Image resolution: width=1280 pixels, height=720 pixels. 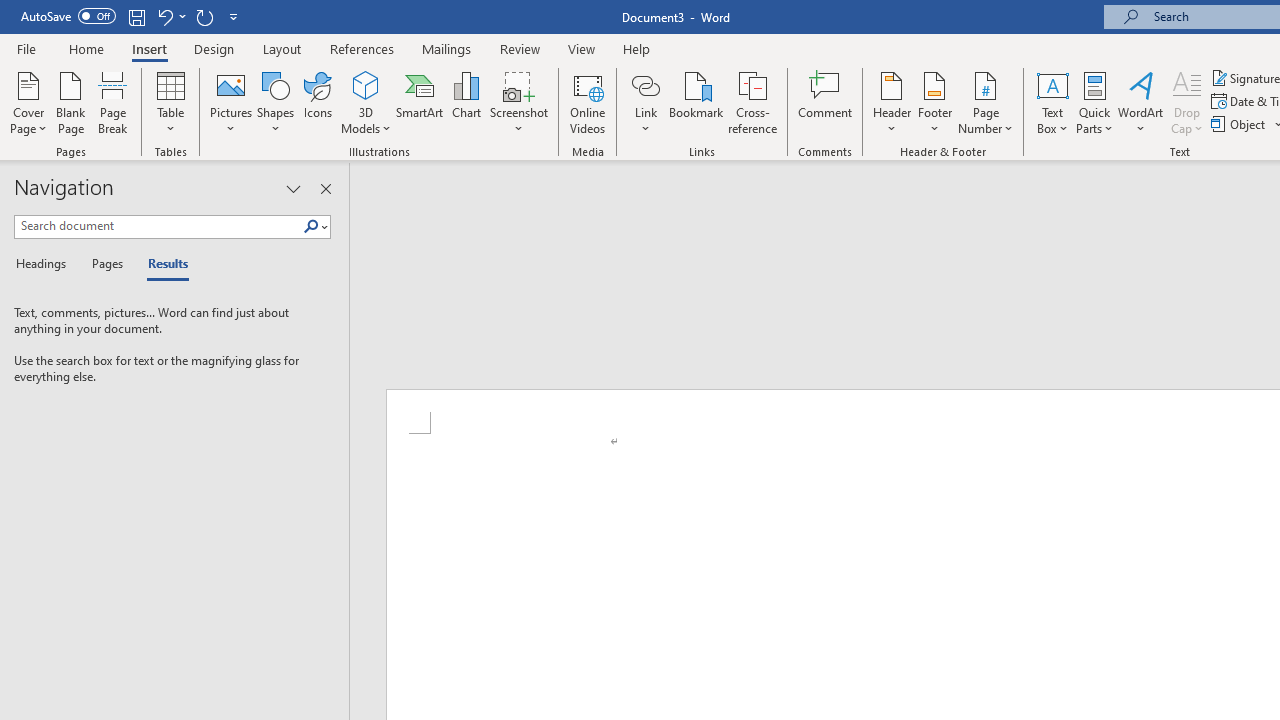 What do you see at coordinates (310, 226) in the screenshot?
I see `'Search'` at bounding box center [310, 226].